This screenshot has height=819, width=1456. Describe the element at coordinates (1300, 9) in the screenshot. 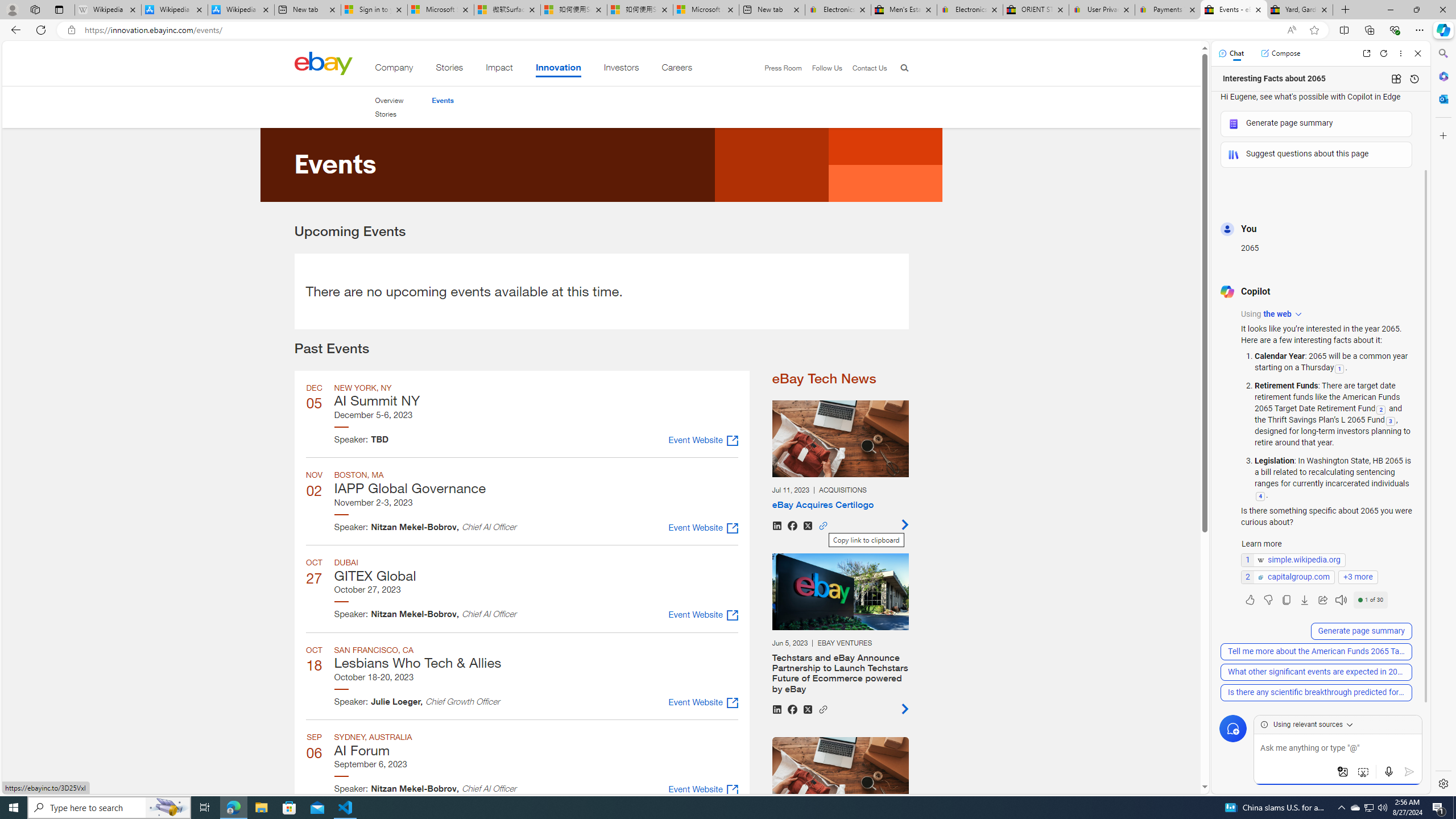

I see `'Yard, Garden & Outdoor Living'` at that location.